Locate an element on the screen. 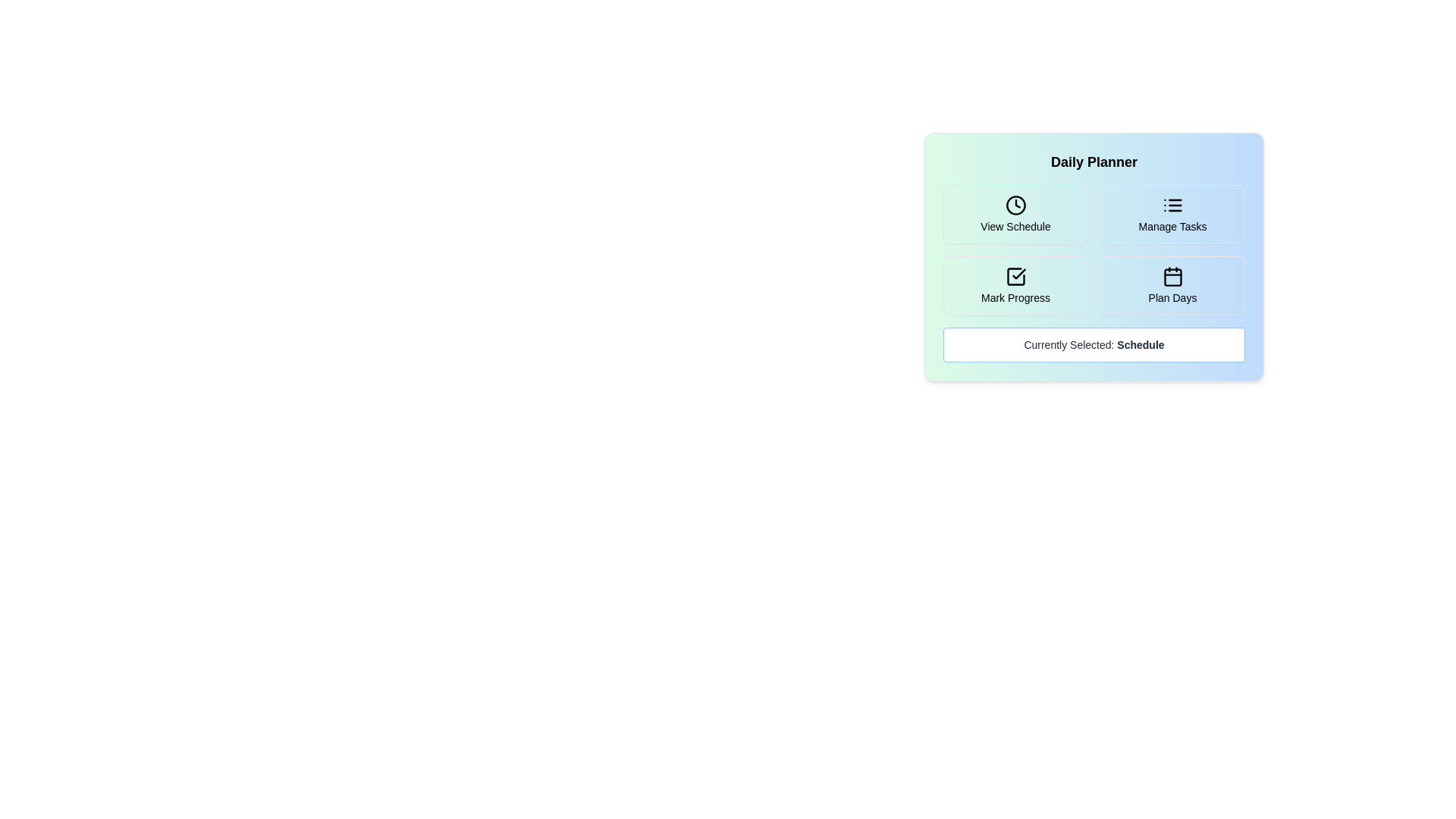 The height and width of the screenshot is (819, 1456). the button corresponding to the activity Mark Progress is located at coordinates (1015, 286).